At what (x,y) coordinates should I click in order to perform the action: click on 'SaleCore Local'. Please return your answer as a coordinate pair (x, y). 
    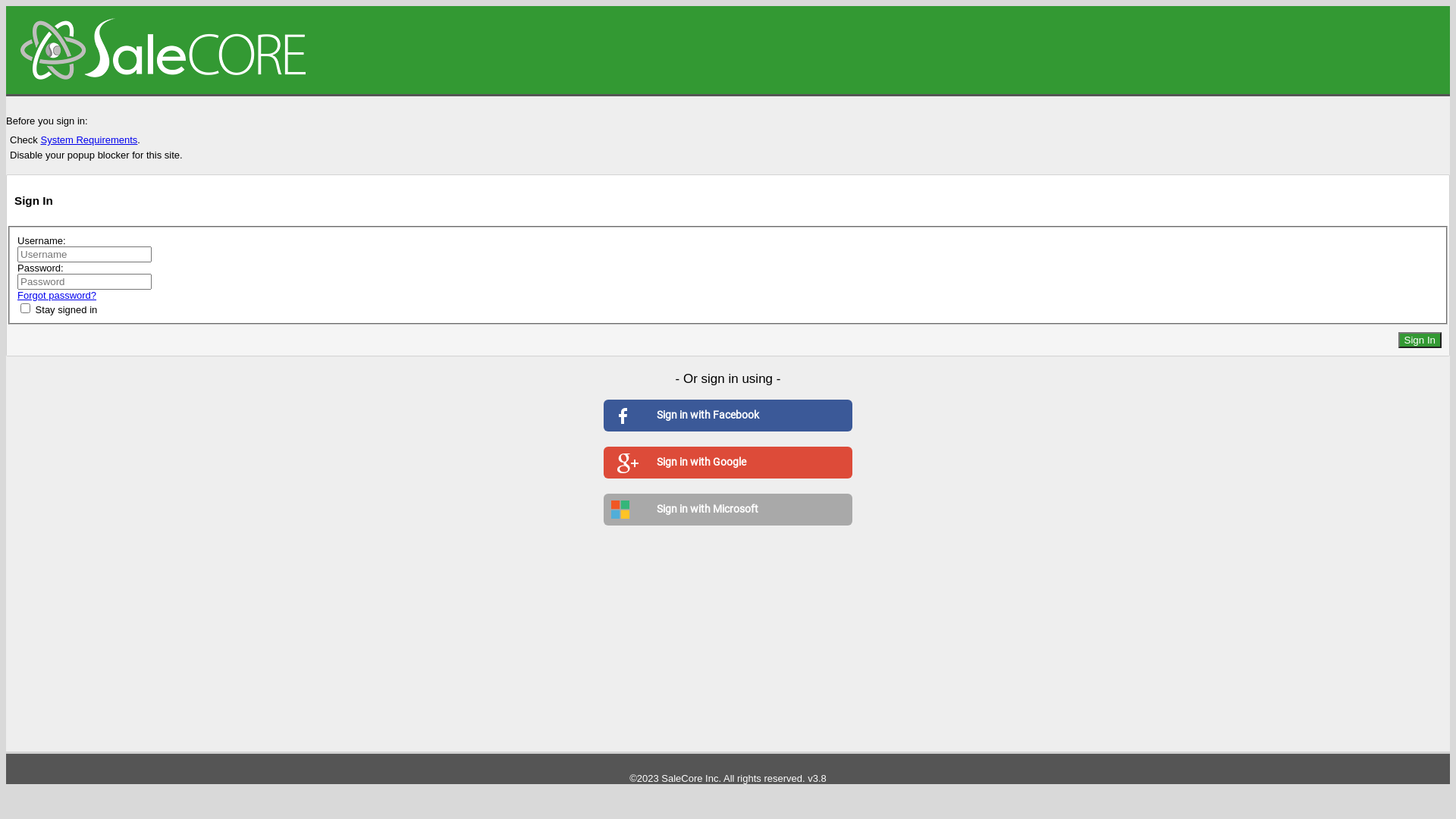
    Looking at the image, I should click on (728, 49).